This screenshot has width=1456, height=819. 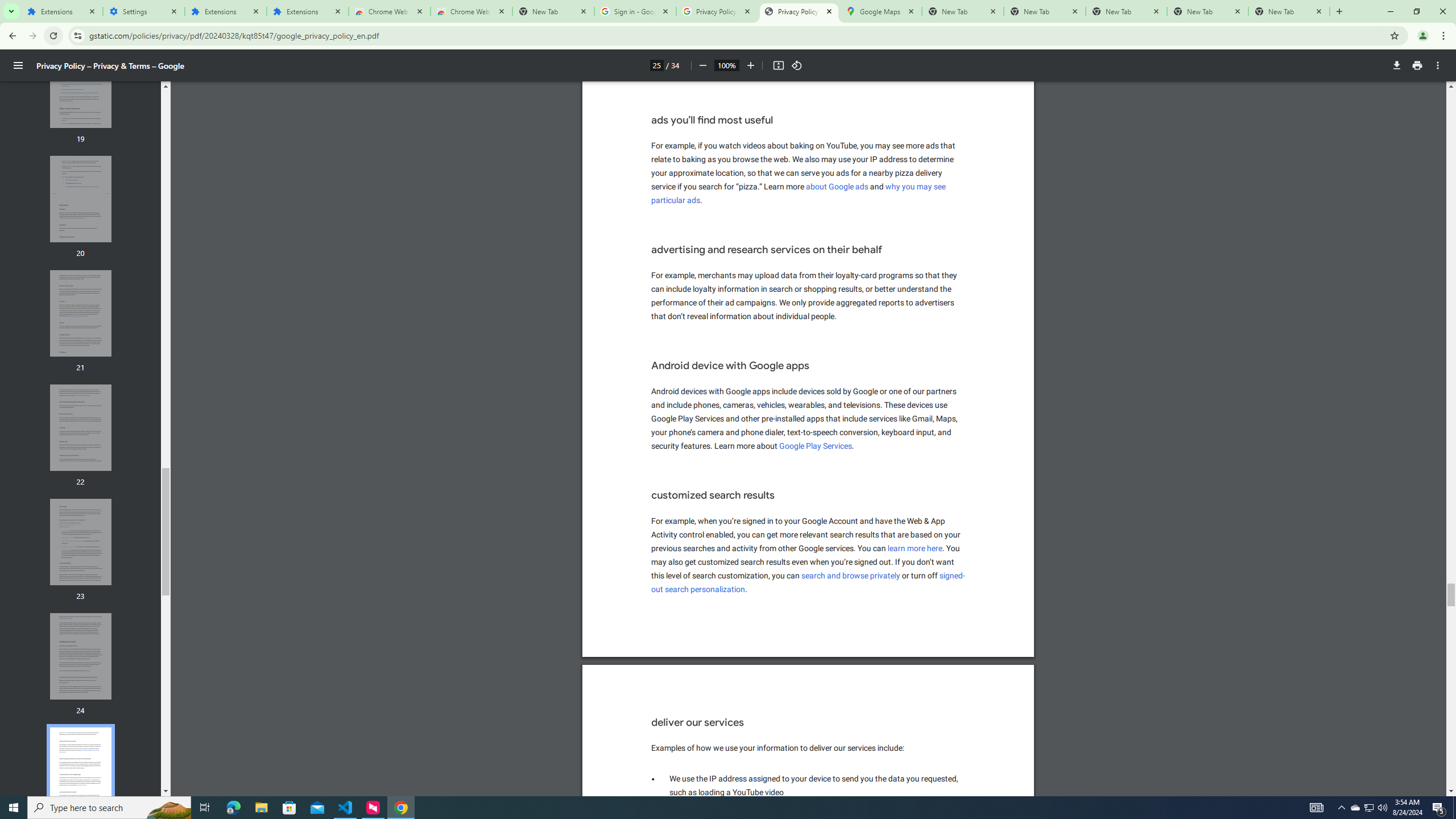 I want to click on 'Zoom level', so click(x=726, y=65).